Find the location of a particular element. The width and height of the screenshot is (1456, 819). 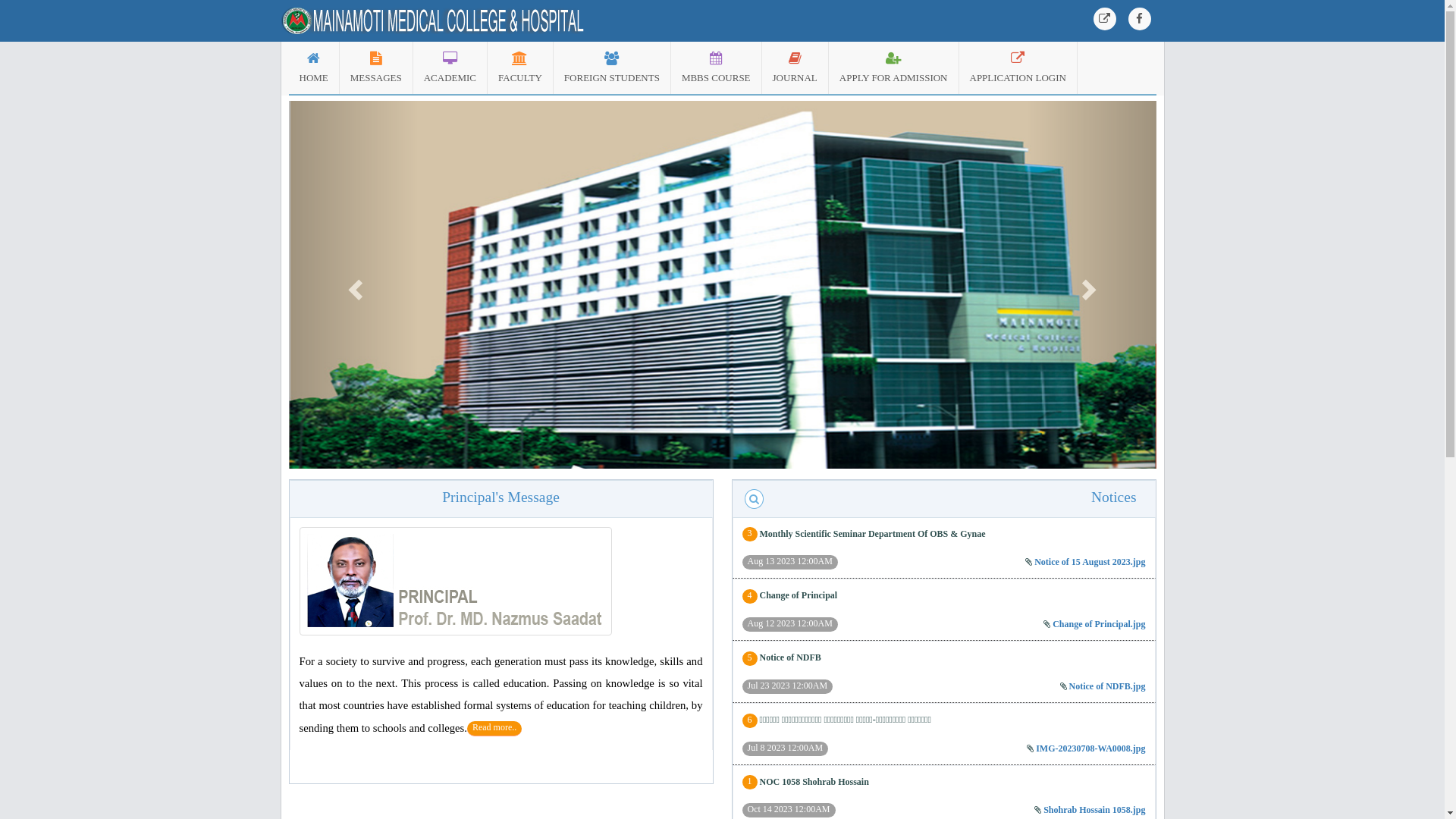

'IMG-20230708-WA0008.jpg' is located at coordinates (1035, 748).